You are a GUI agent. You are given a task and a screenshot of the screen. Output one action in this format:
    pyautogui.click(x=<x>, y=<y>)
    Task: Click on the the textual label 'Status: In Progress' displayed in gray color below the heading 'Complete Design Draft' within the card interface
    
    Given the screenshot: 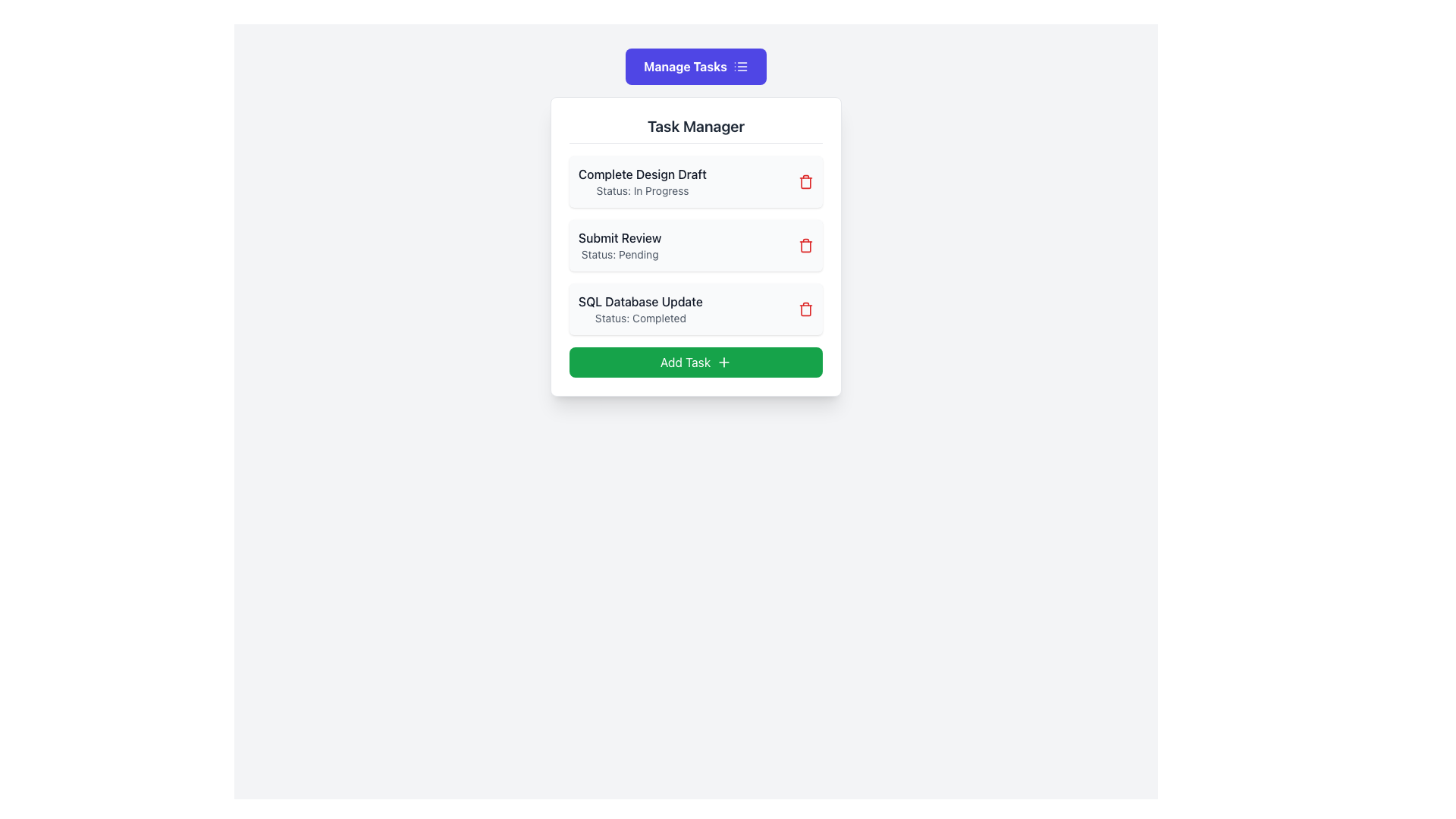 What is the action you would take?
    pyautogui.click(x=642, y=190)
    